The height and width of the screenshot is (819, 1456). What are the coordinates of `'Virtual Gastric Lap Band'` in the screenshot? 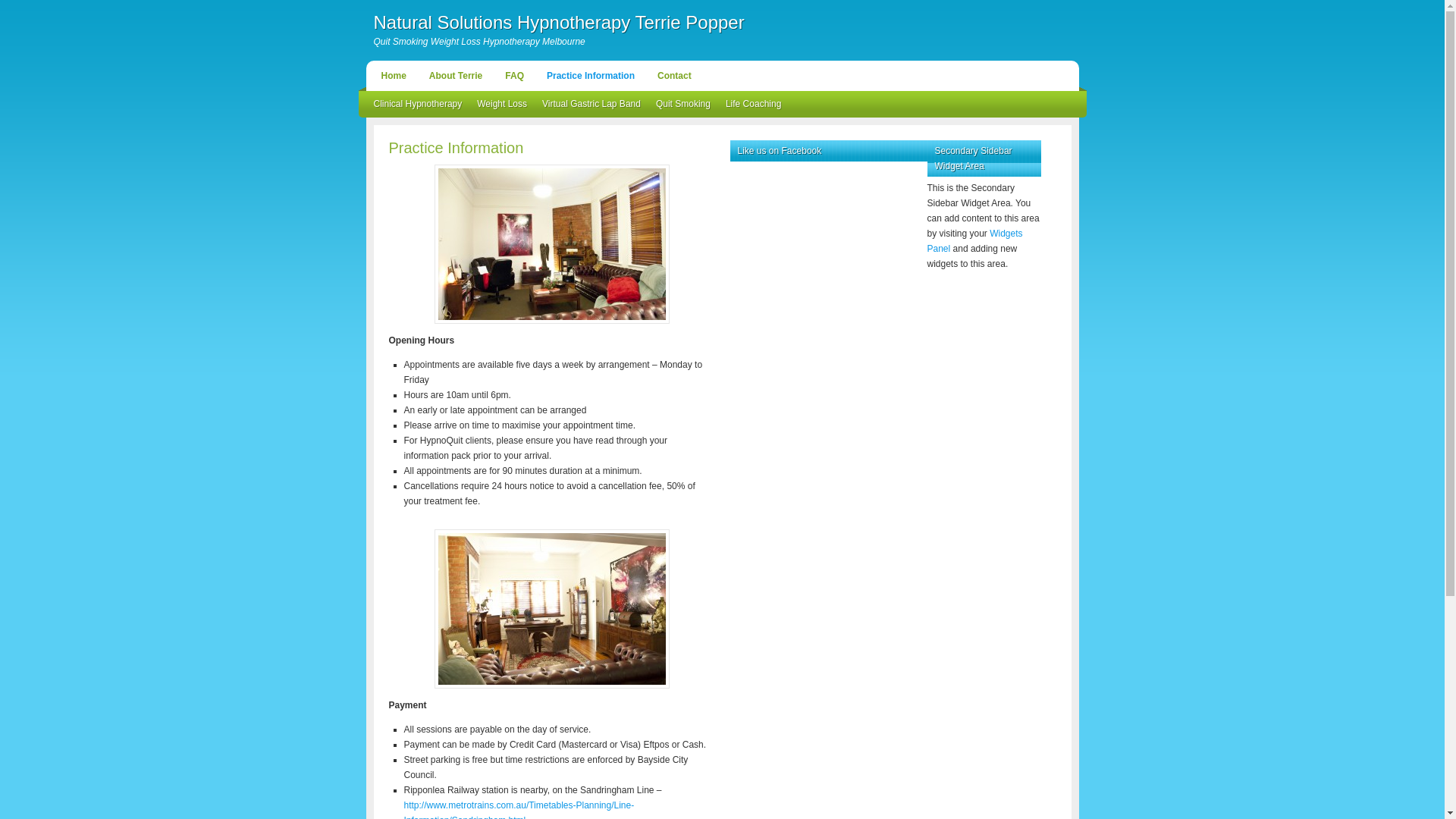 It's located at (590, 103).